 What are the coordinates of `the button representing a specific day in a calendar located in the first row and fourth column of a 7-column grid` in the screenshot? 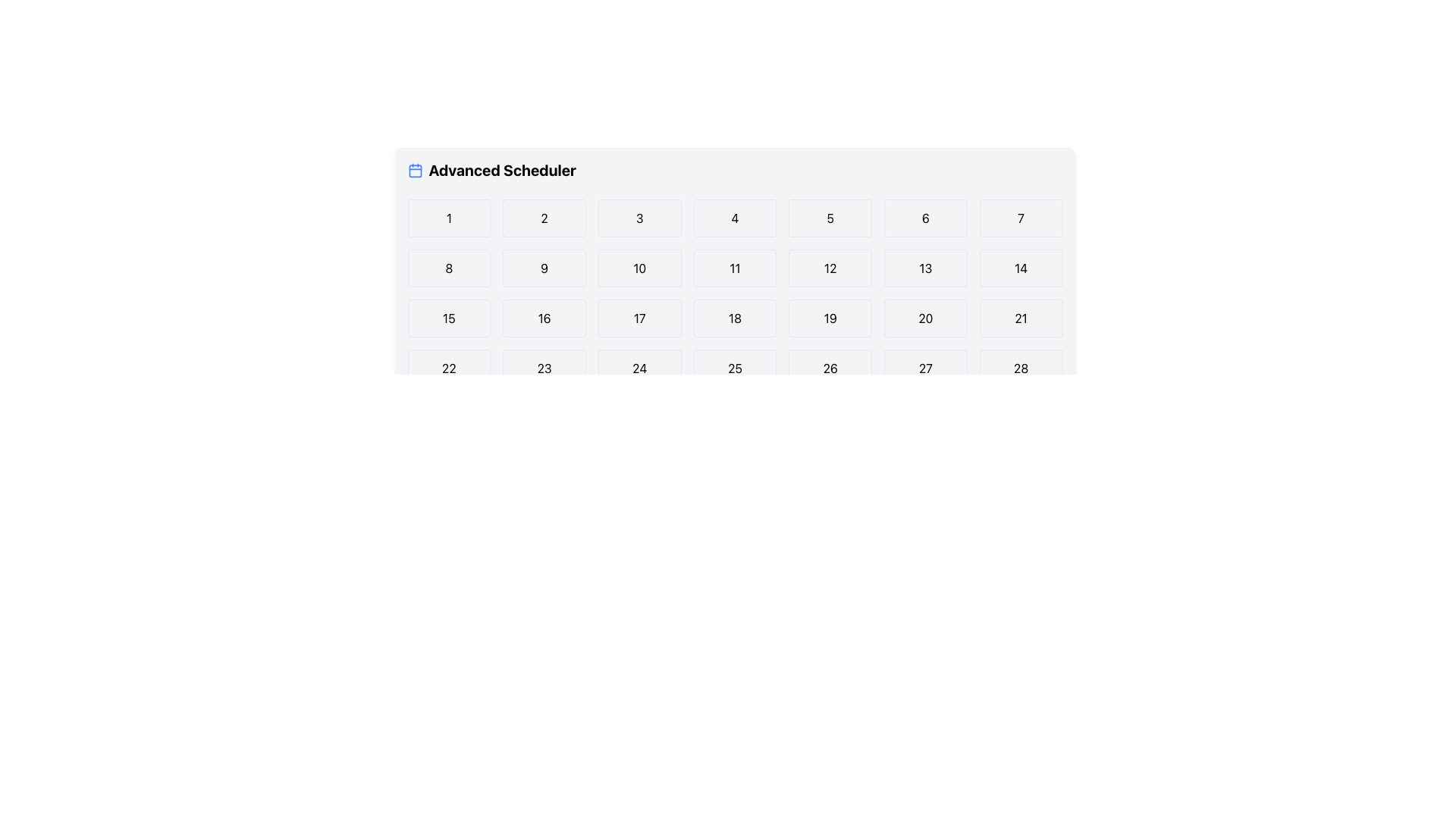 It's located at (735, 218).